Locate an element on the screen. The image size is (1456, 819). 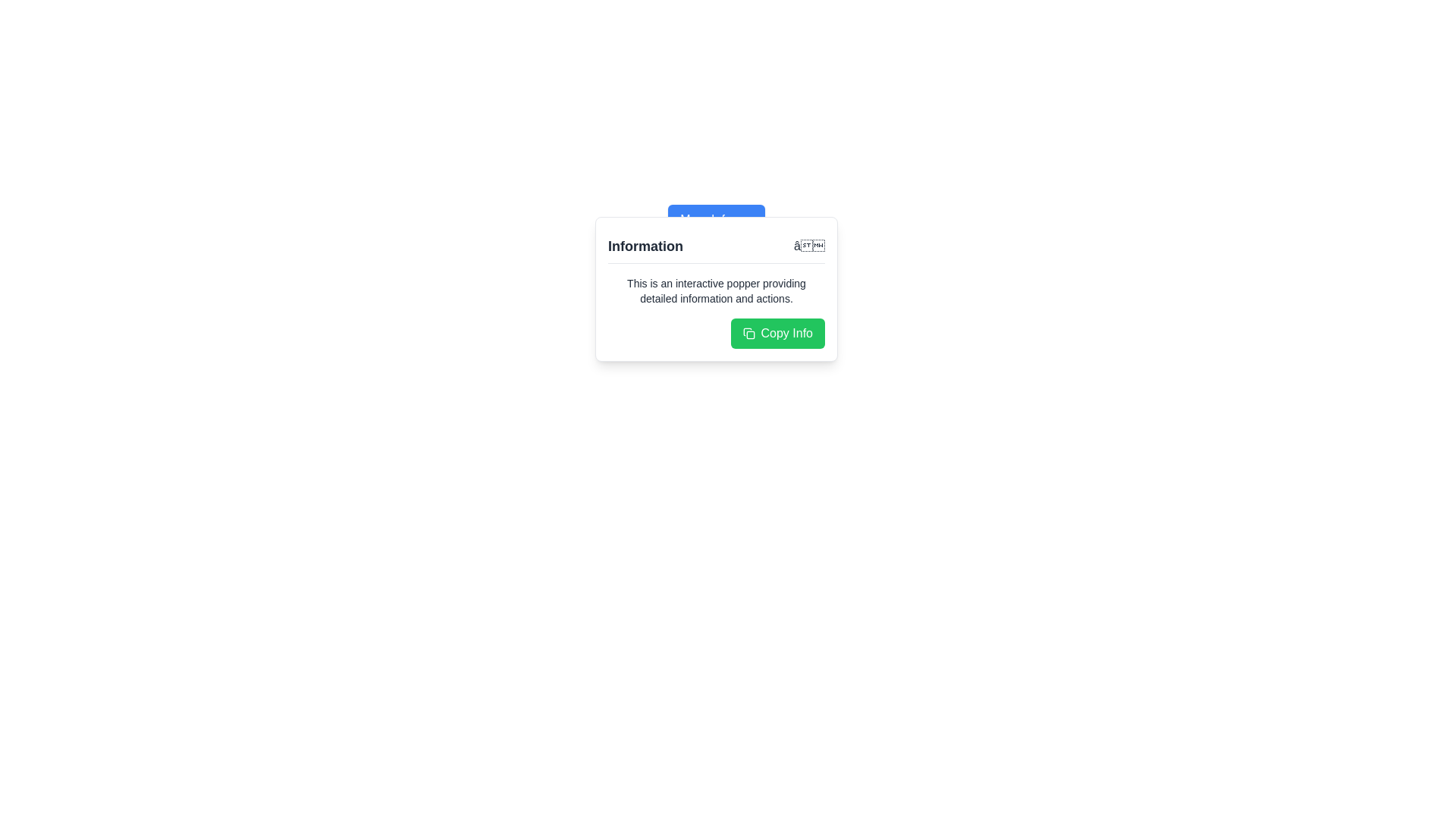
the static text label located in the upper-left portion of a card-like structure, which serves as a non-interactive title or label is located at coordinates (645, 245).